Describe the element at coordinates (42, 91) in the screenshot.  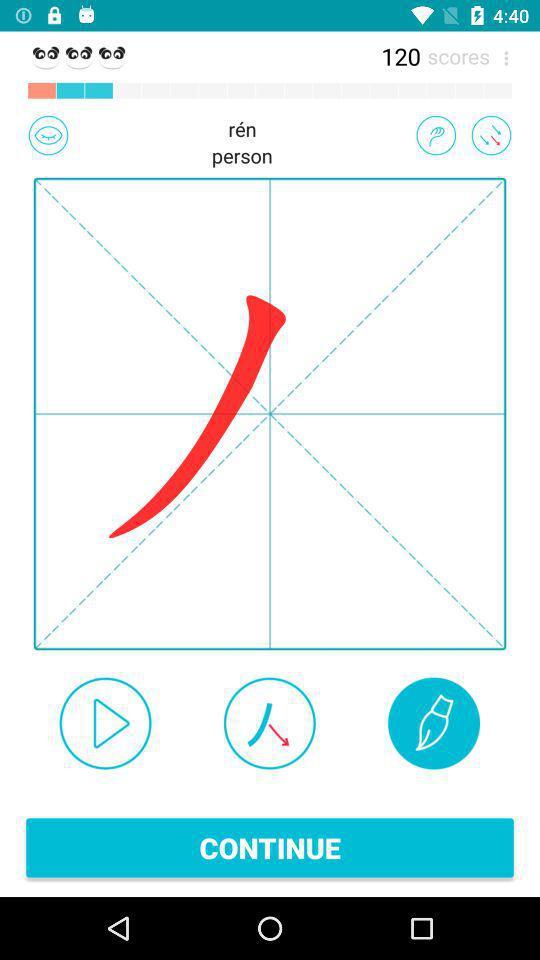
I see `a red bar which is on the top left corner of the page` at that location.